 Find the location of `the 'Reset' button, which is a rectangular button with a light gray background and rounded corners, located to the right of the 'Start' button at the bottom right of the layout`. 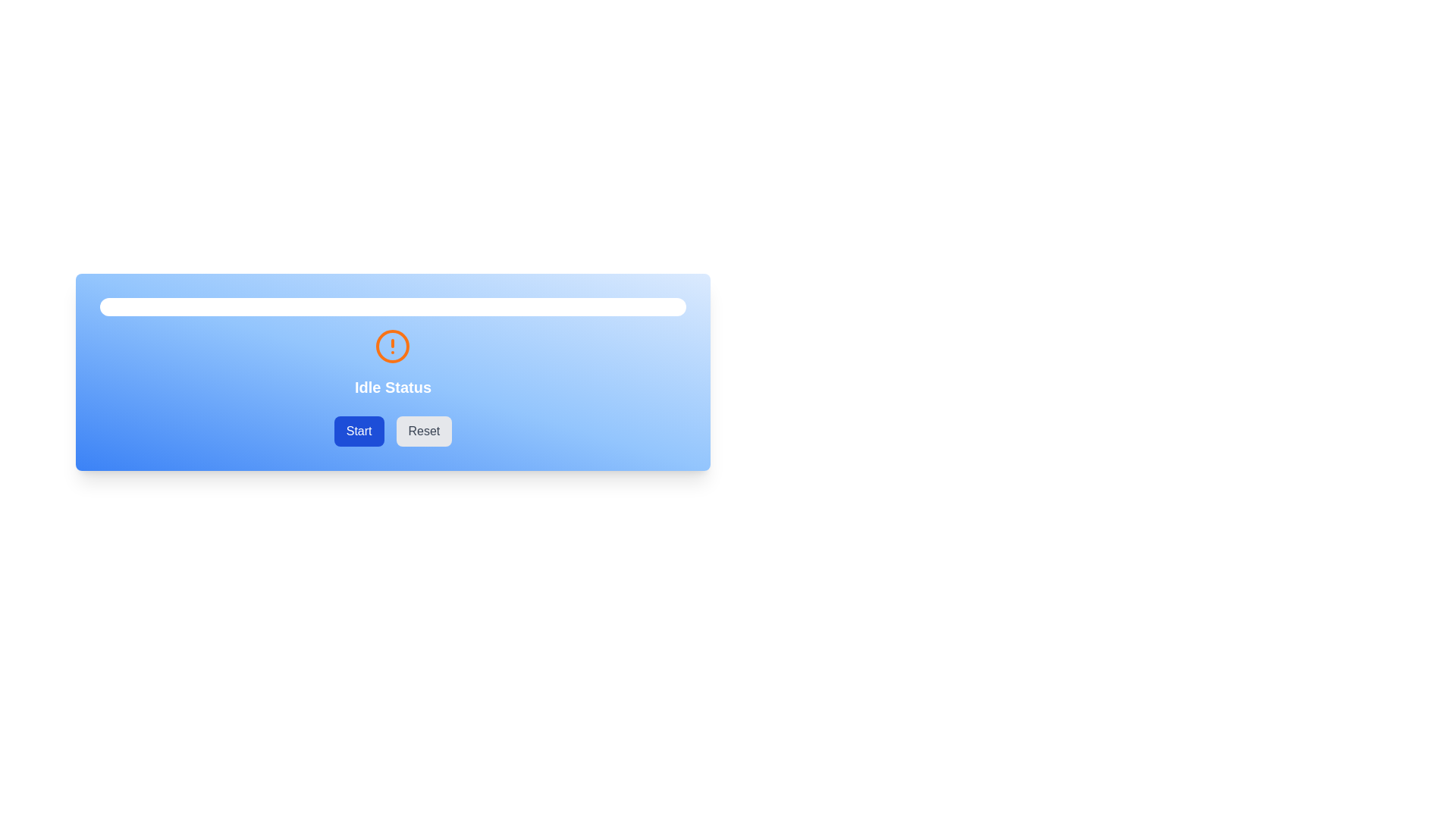

the 'Reset' button, which is a rectangular button with a light gray background and rounded corners, located to the right of the 'Start' button at the bottom right of the layout is located at coordinates (424, 431).